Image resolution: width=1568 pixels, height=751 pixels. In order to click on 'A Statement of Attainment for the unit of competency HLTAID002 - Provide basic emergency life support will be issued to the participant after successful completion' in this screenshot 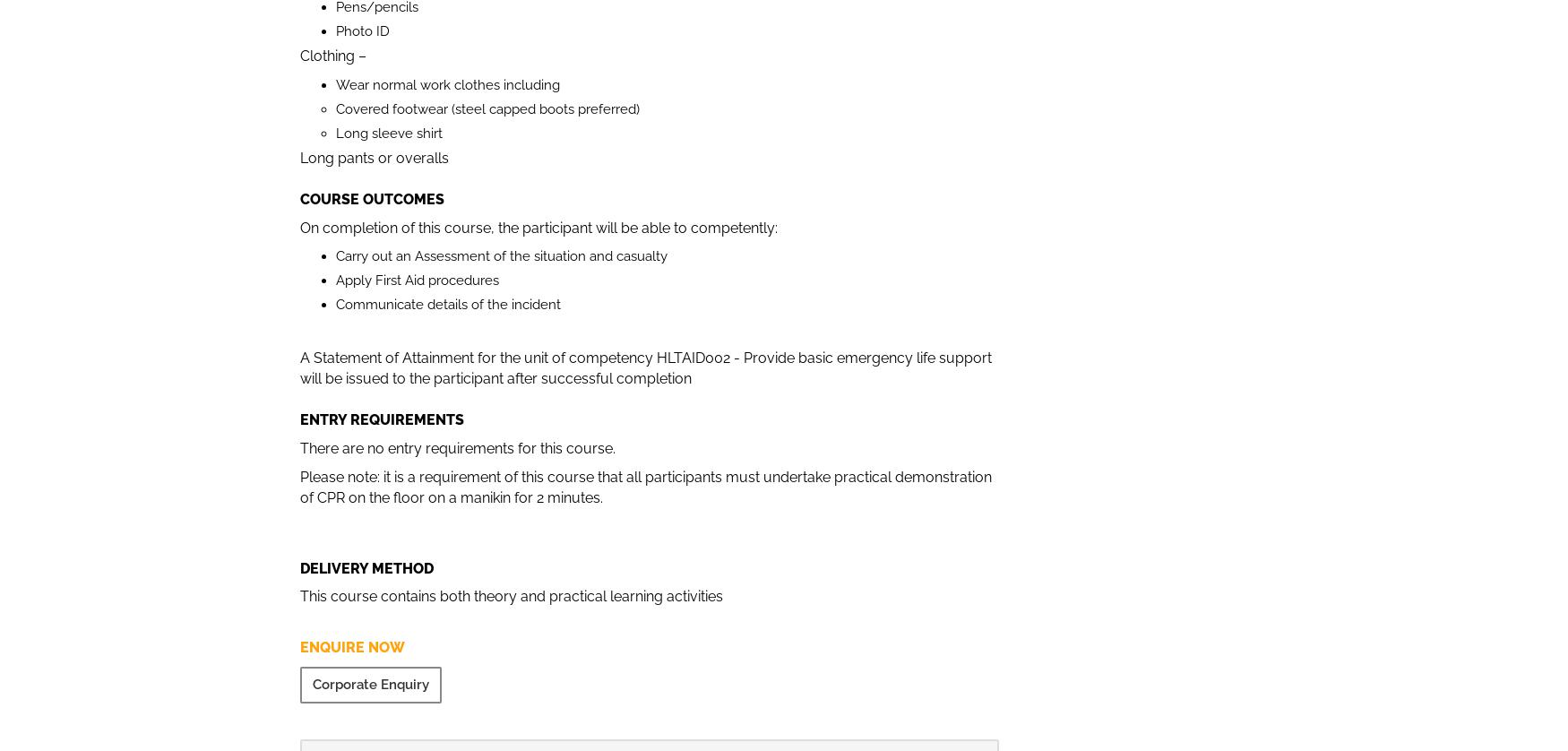, I will do `click(646, 367)`.